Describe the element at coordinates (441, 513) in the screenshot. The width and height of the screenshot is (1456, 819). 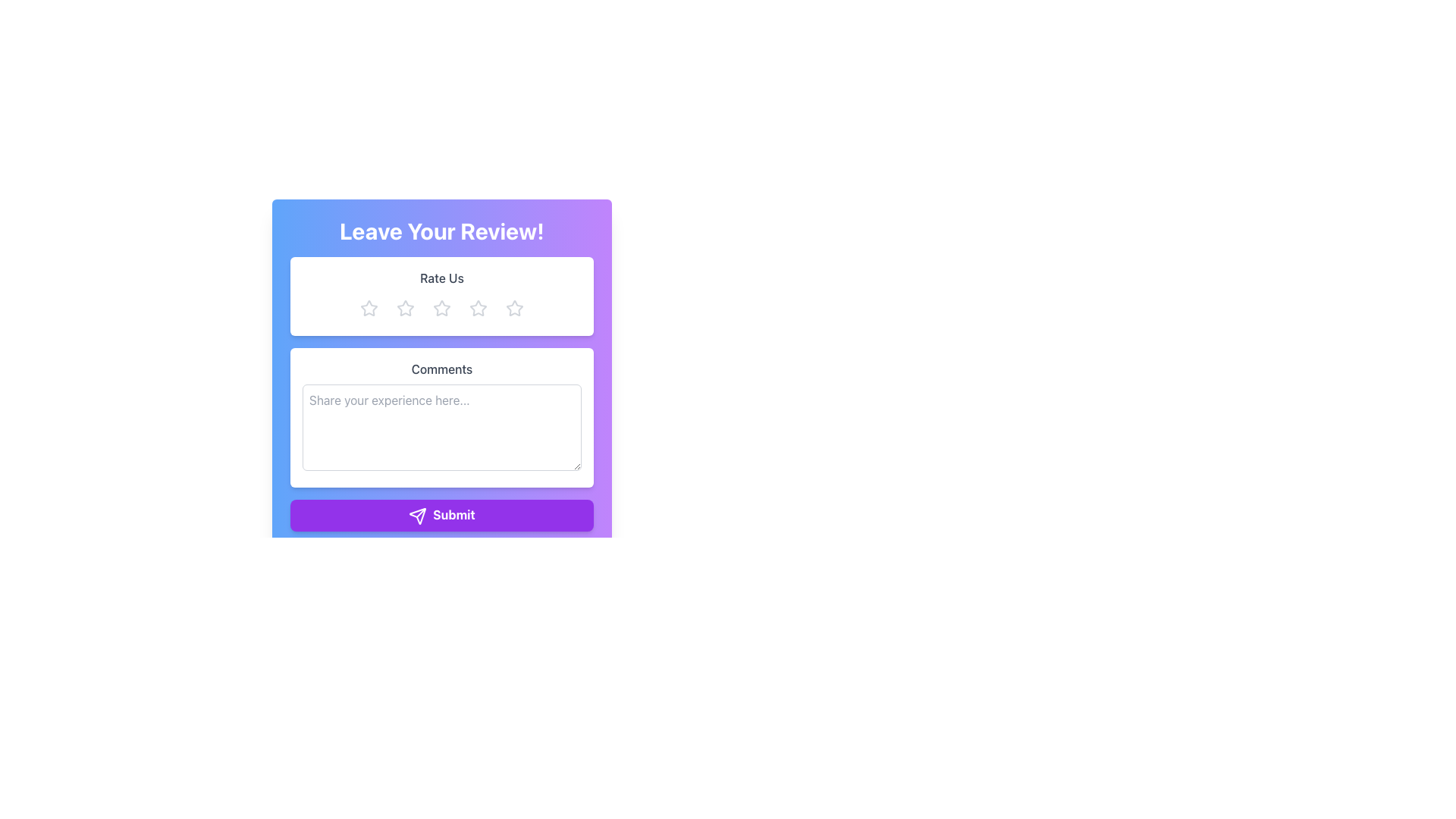
I see `the 'Submit' button, which is a purple rectangular button with rounded corners located at the bottom of the modal interface` at that location.